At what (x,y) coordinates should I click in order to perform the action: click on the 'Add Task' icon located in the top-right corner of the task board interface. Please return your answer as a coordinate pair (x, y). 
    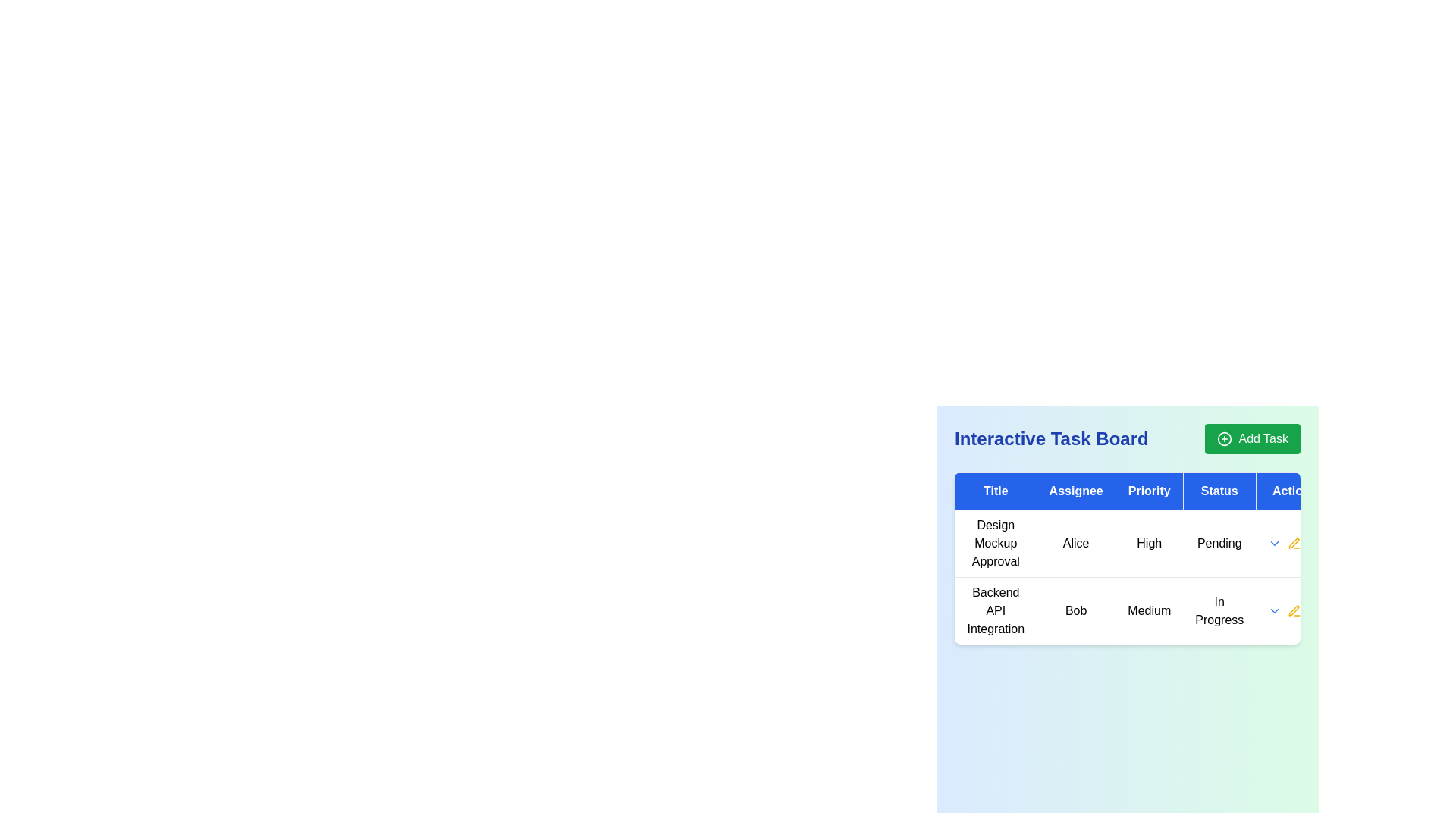
    Looking at the image, I should click on (1225, 438).